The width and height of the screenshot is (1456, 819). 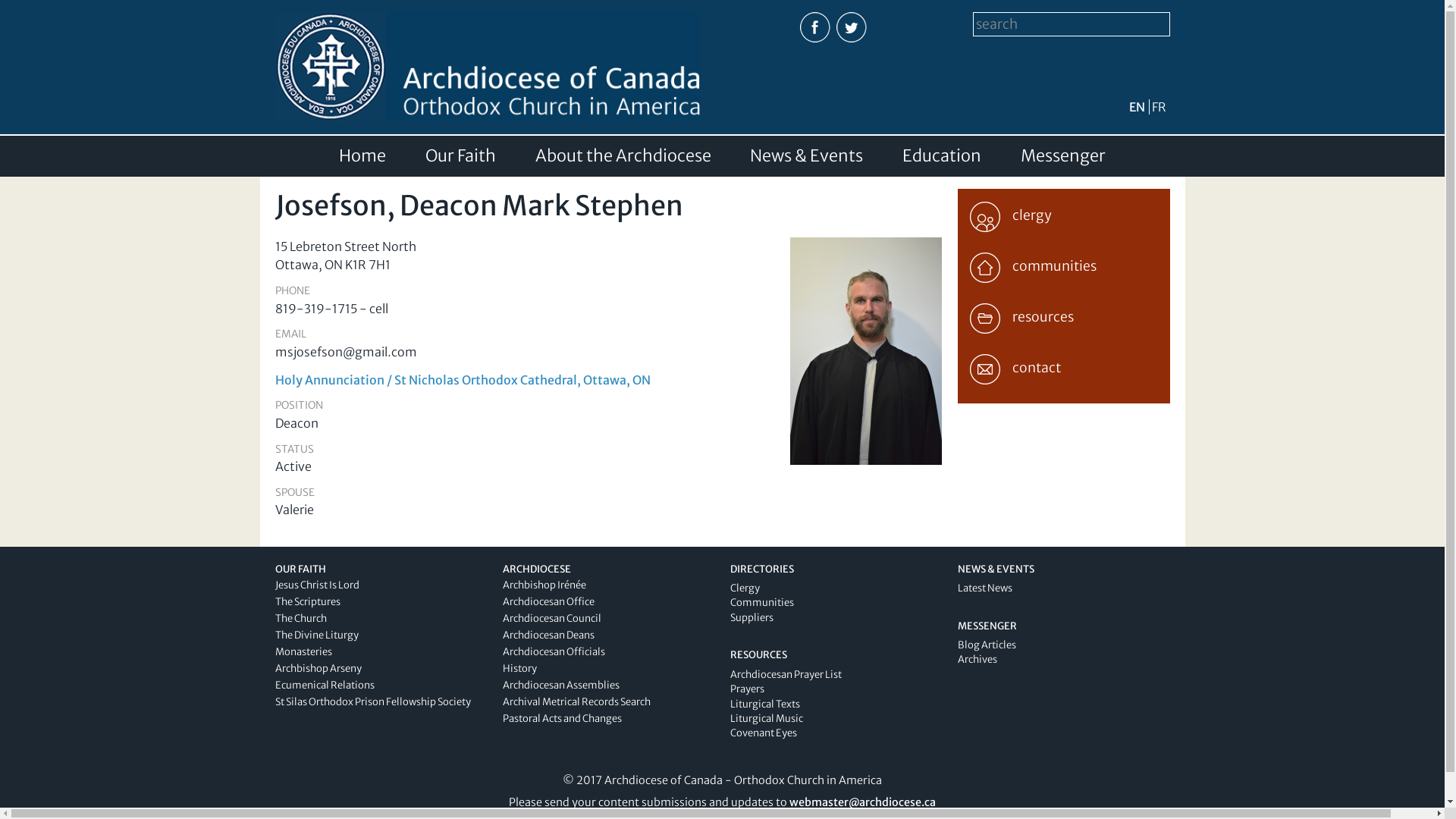 What do you see at coordinates (751, 617) in the screenshot?
I see `'Suppliers'` at bounding box center [751, 617].